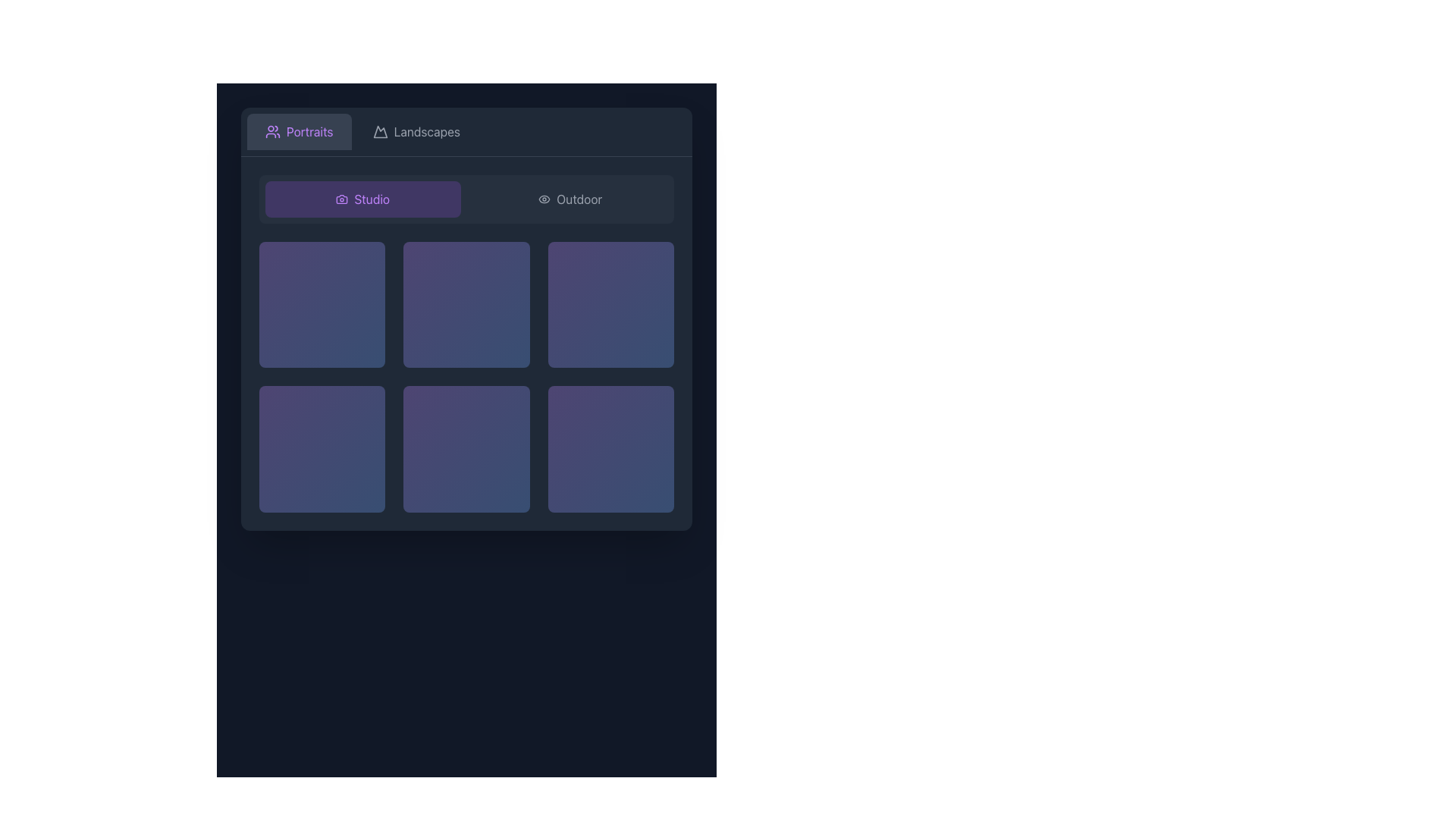 This screenshot has height=819, width=1456. Describe the element at coordinates (322, 305) in the screenshot. I see `the top-left card in the grid layout representing 'Portraits'` at that location.